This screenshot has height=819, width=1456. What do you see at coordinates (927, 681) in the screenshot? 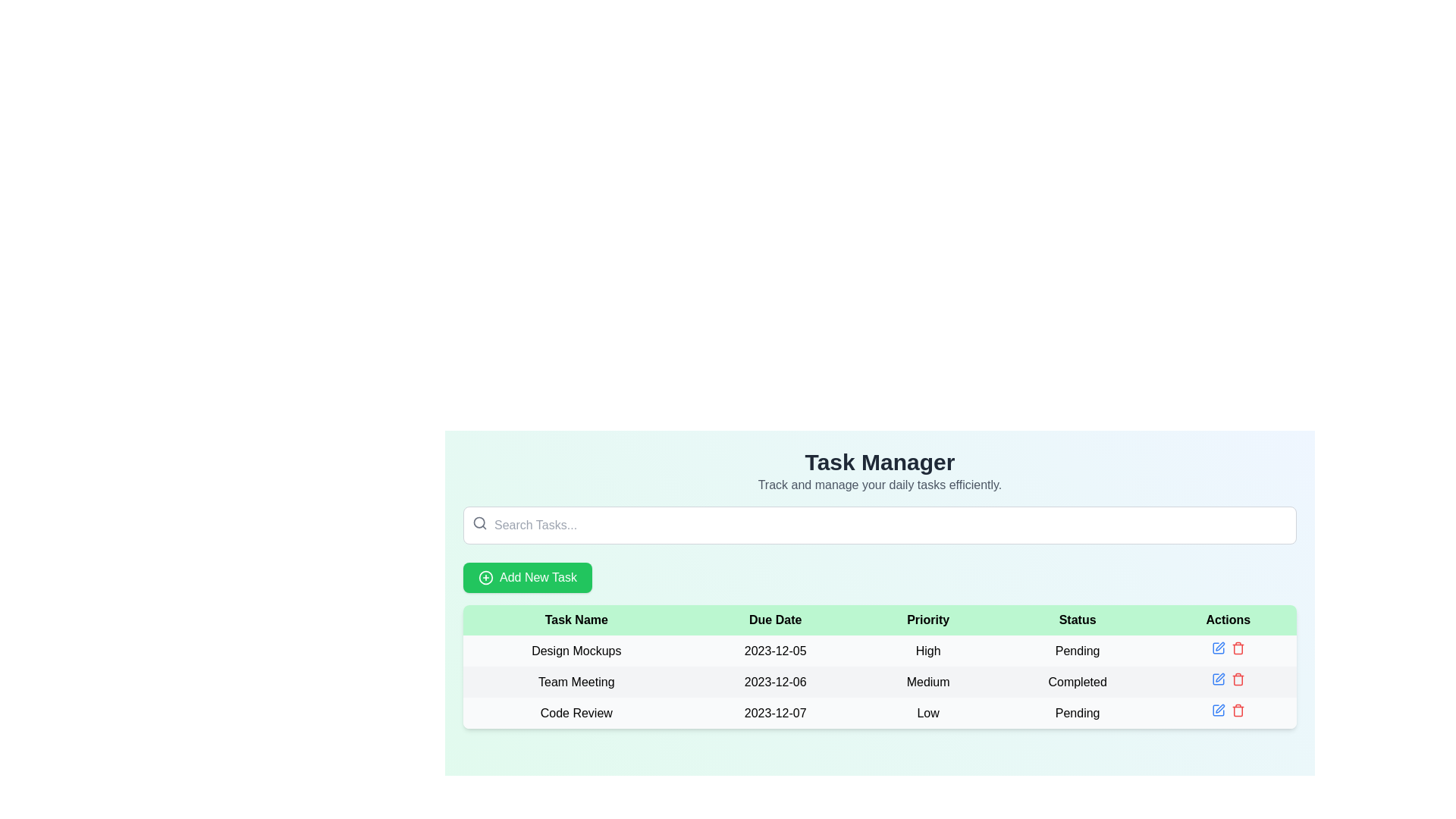
I see `the text label displaying 'Medium' in the 'Priority' column of the table, aligned with the 'Team Meeting' row` at bounding box center [927, 681].